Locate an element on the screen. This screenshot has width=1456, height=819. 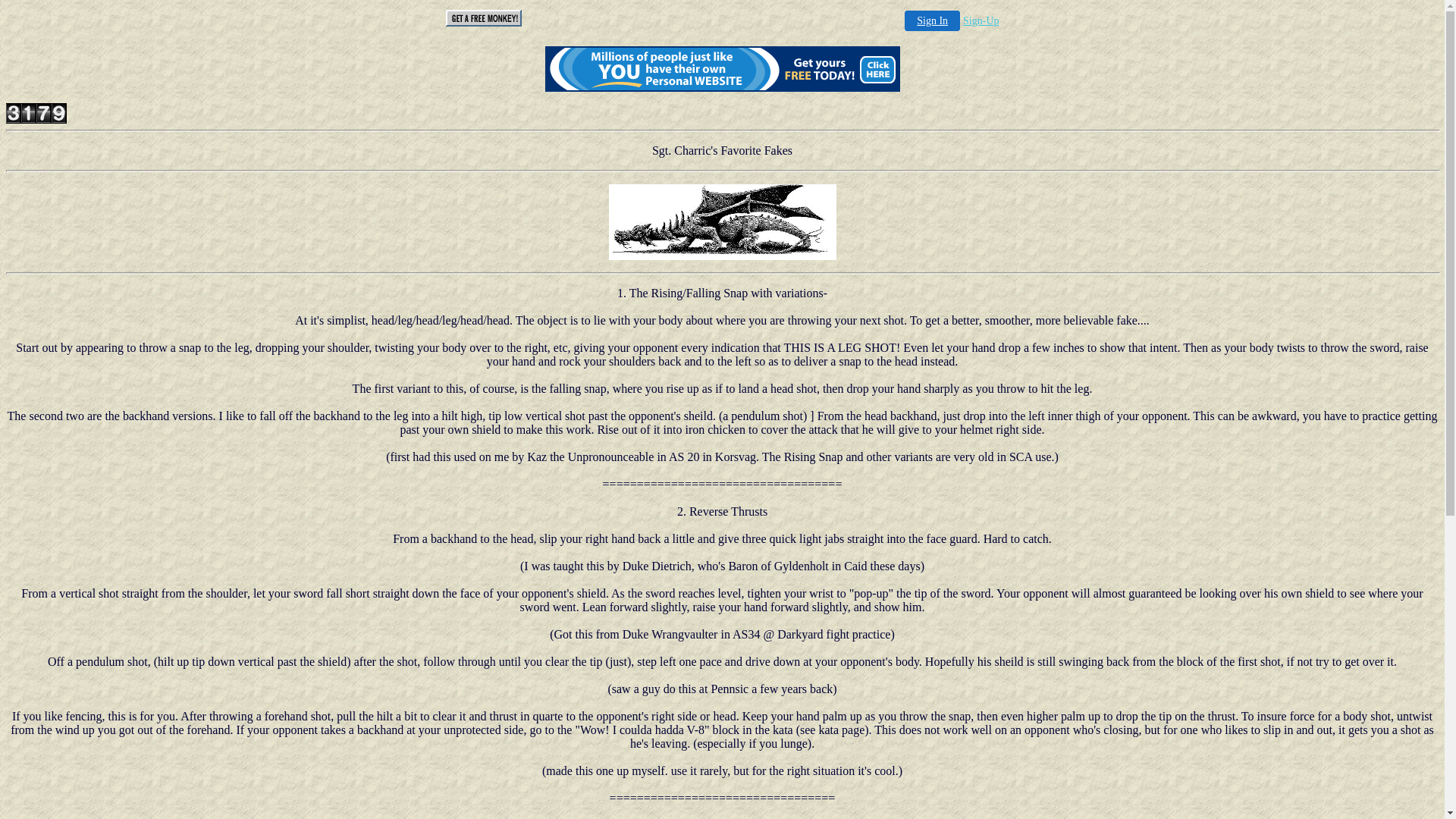
'Sign-Up' is located at coordinates (962, 20).